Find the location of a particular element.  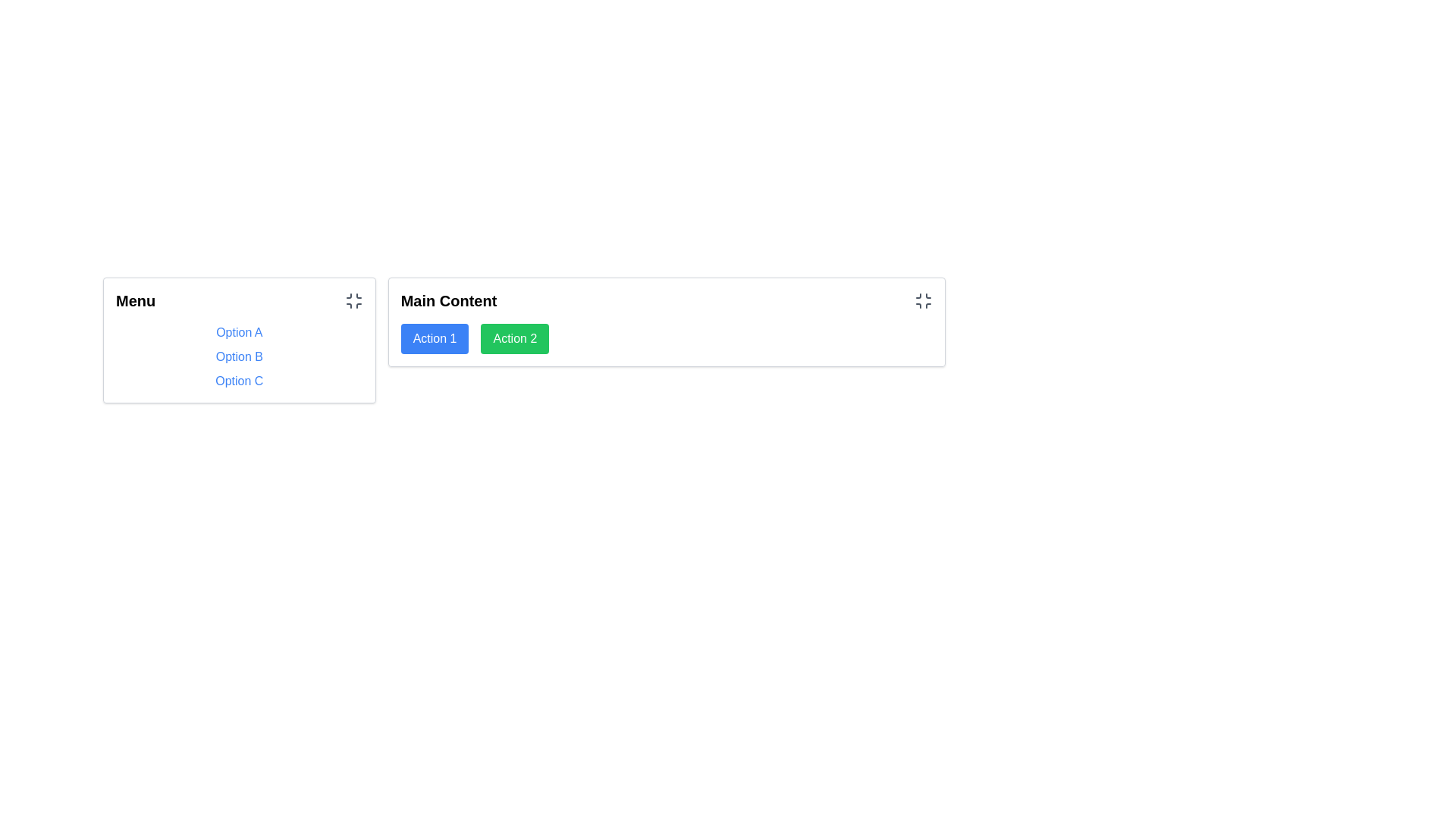

the small, square grey icon button resembling a 'minimize' or 'crosshair' symbol located in the top-right corner of the 'Menu' section is located at coordinates (353, 301).